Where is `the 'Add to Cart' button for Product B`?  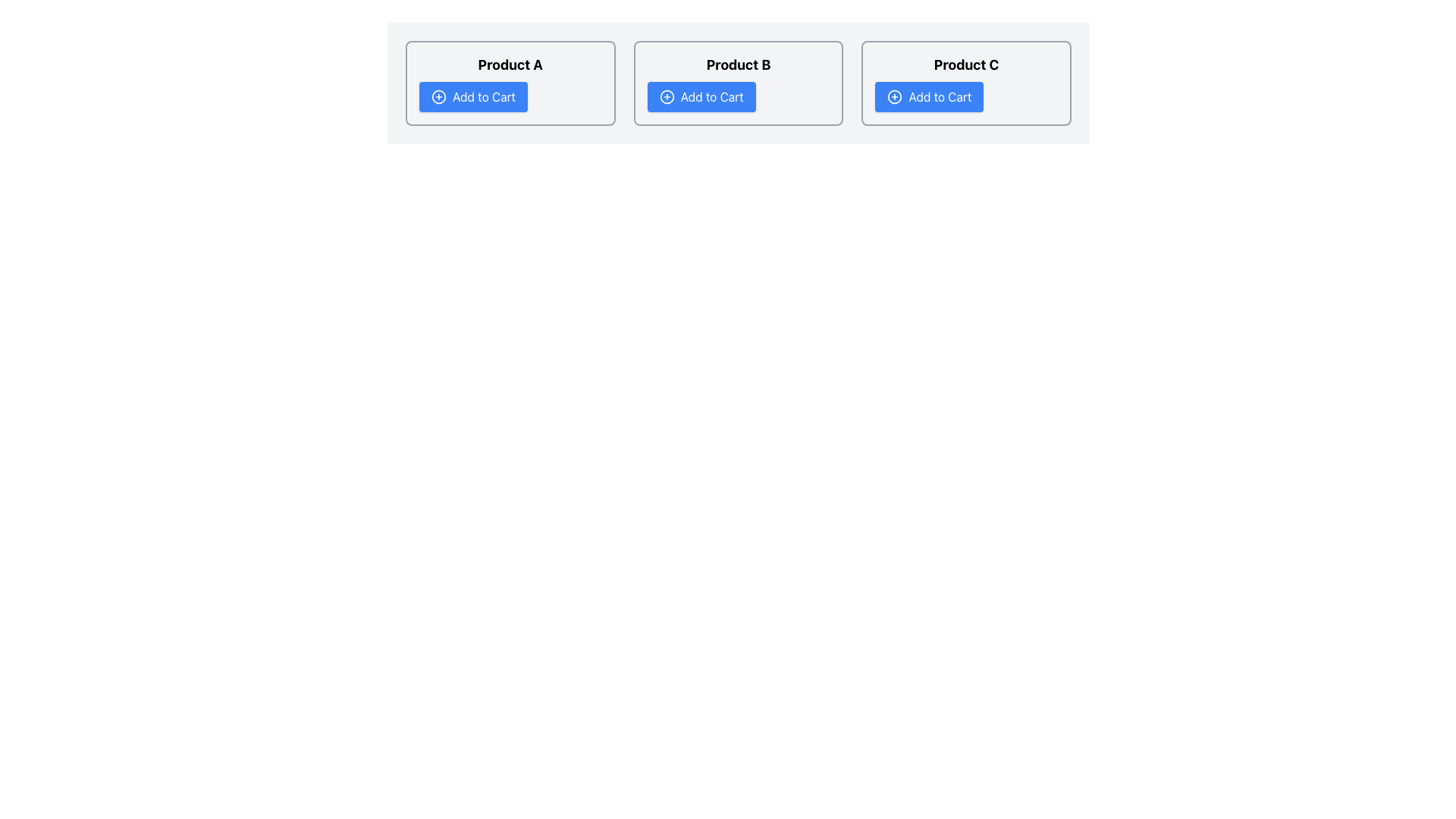
the 'Add to Cart' button for Product B is located at coordinates (701, 96).